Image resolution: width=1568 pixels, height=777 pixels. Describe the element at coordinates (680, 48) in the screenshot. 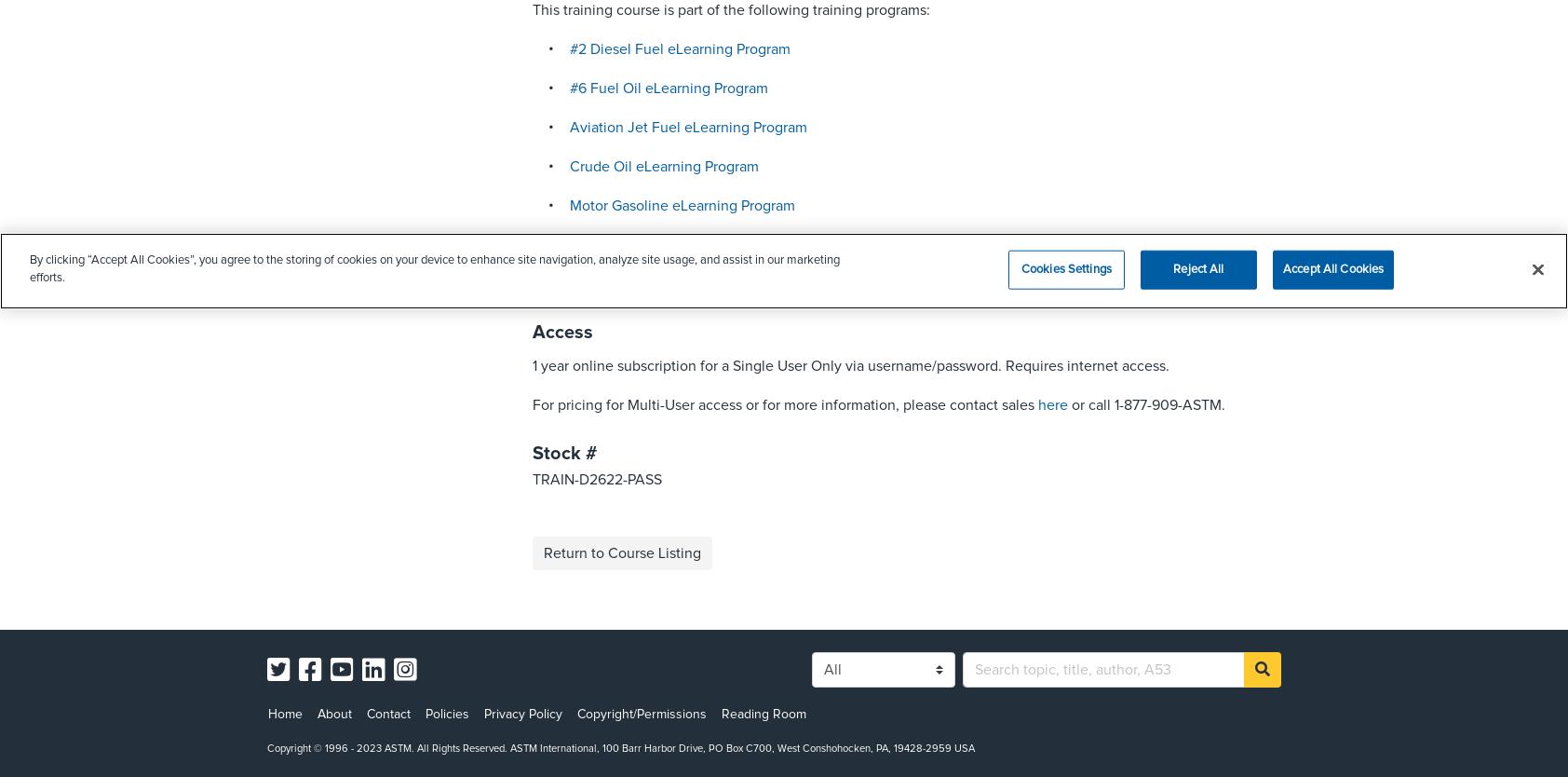

I see `'#2 Diesel Fuel eLearning Program'` at that location.